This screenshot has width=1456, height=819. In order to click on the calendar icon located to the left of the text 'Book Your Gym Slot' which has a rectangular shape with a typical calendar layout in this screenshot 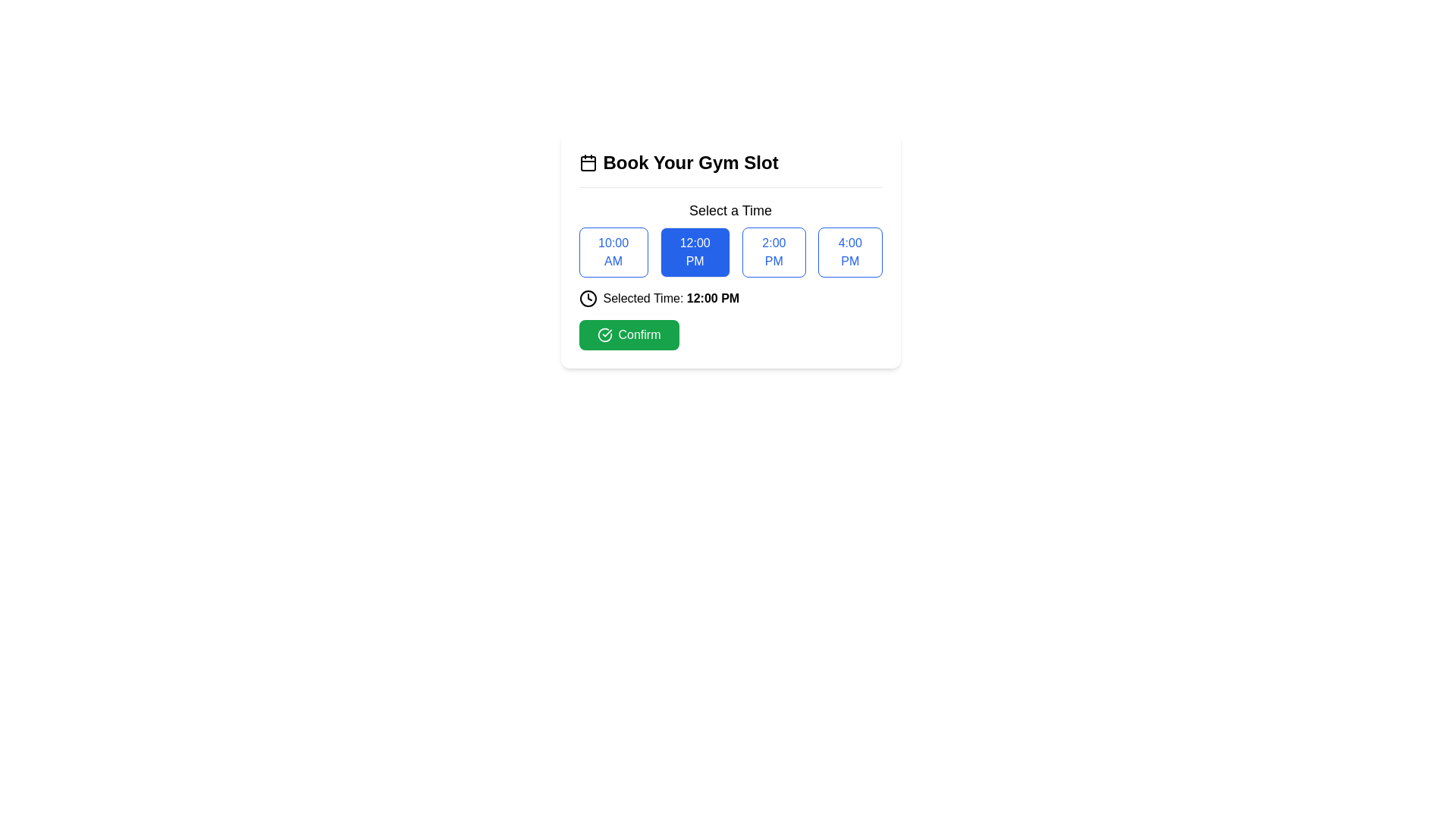, I will do `click(587, 163)`.